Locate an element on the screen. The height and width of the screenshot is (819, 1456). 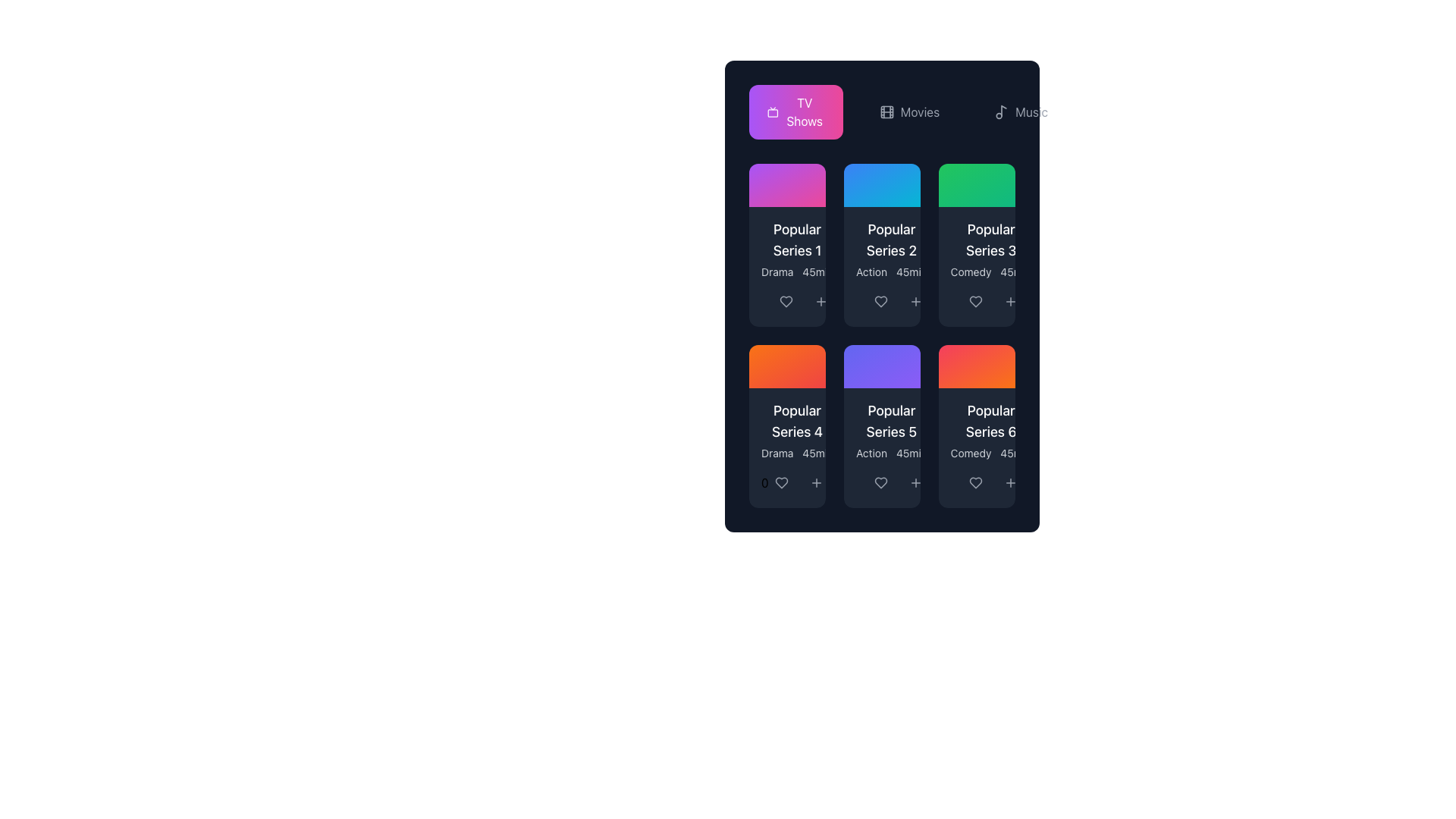
the 'Popular Series 1' Card widget located in the top-left corner of the grid under the 'TV Shows' header is located at coordinates (787, 265).